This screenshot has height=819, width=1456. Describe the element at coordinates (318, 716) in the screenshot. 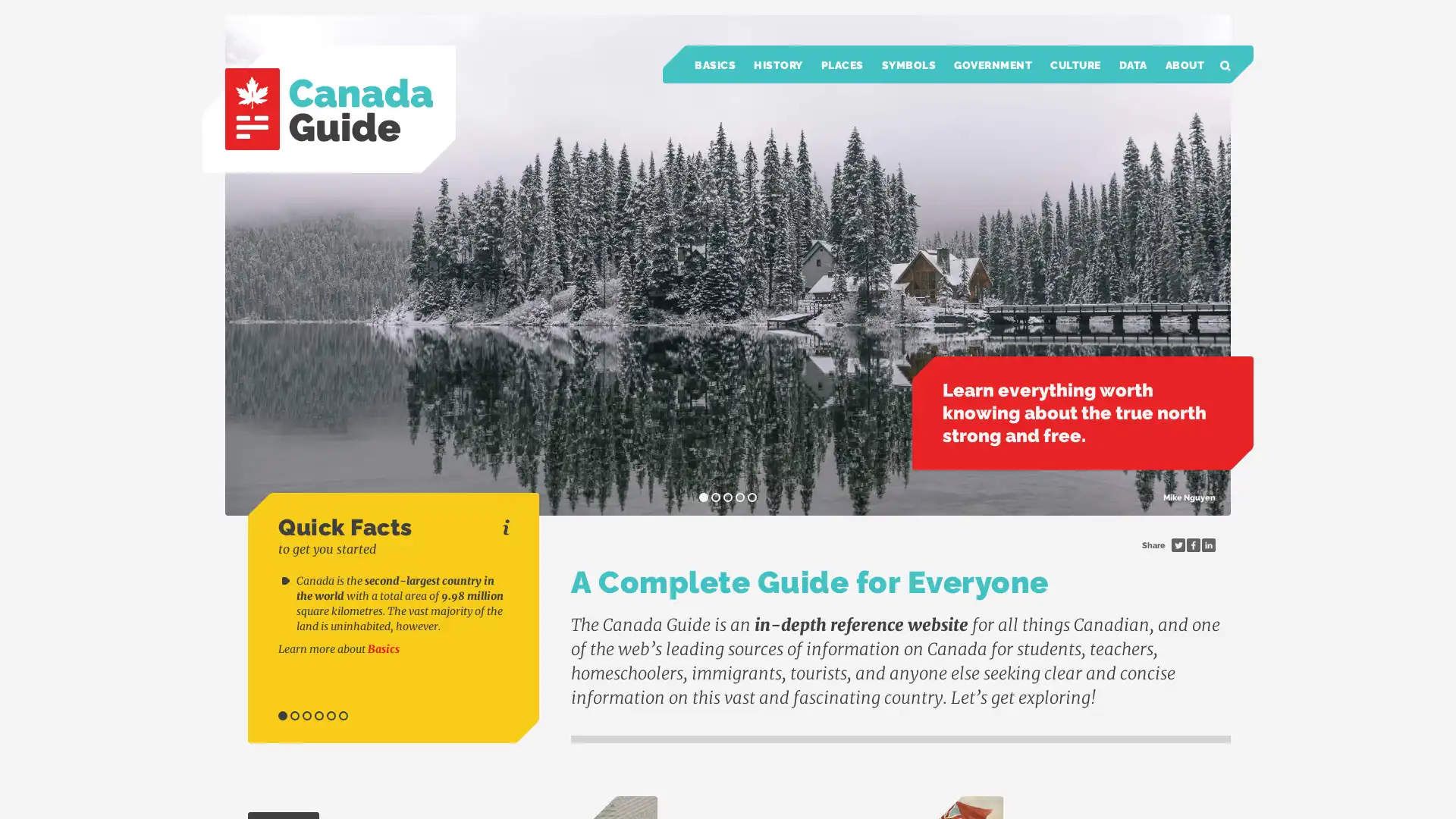

I see `Go to slide 4` at that location.